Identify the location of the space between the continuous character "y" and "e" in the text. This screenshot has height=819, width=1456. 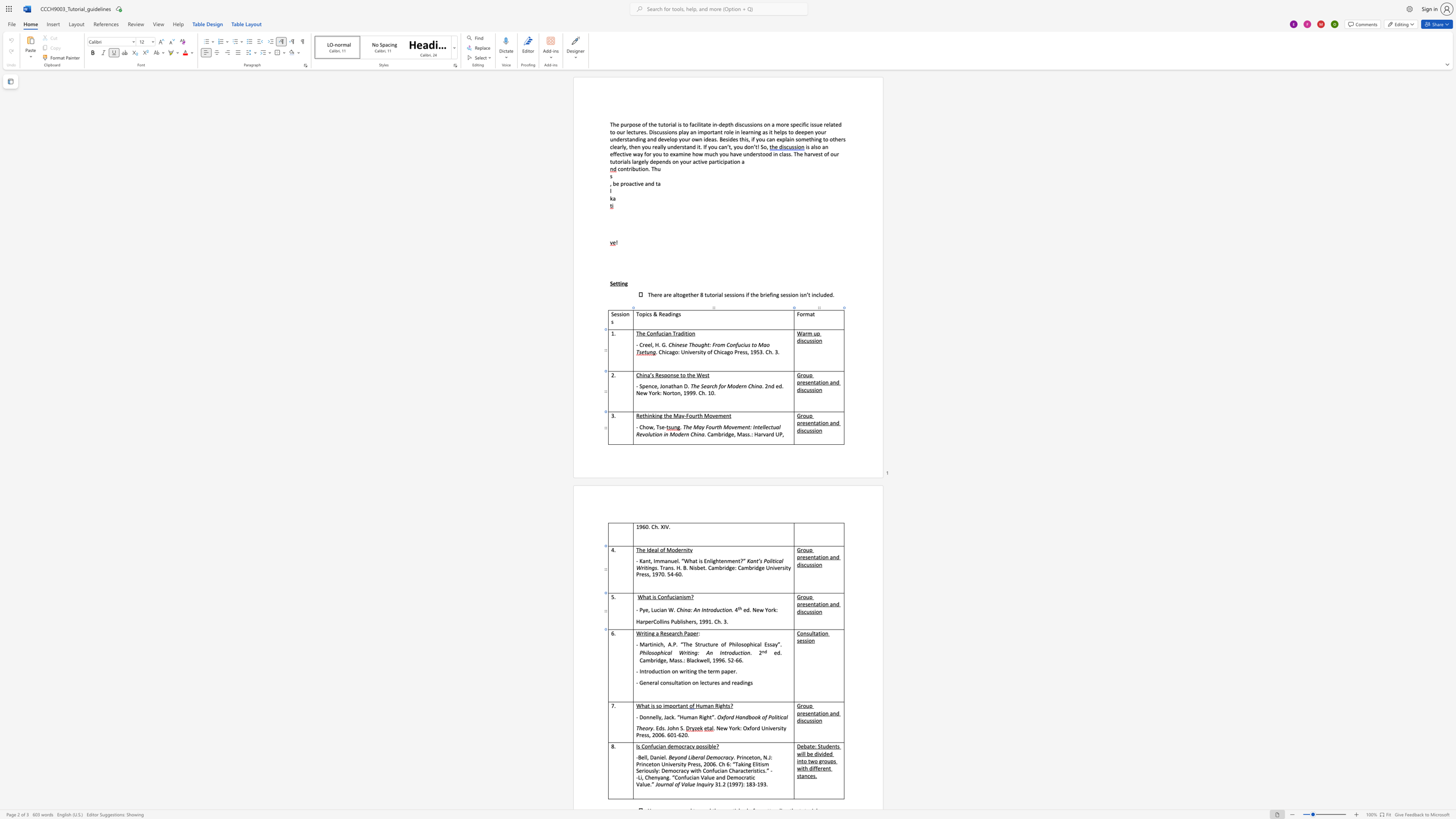
(645, 610).